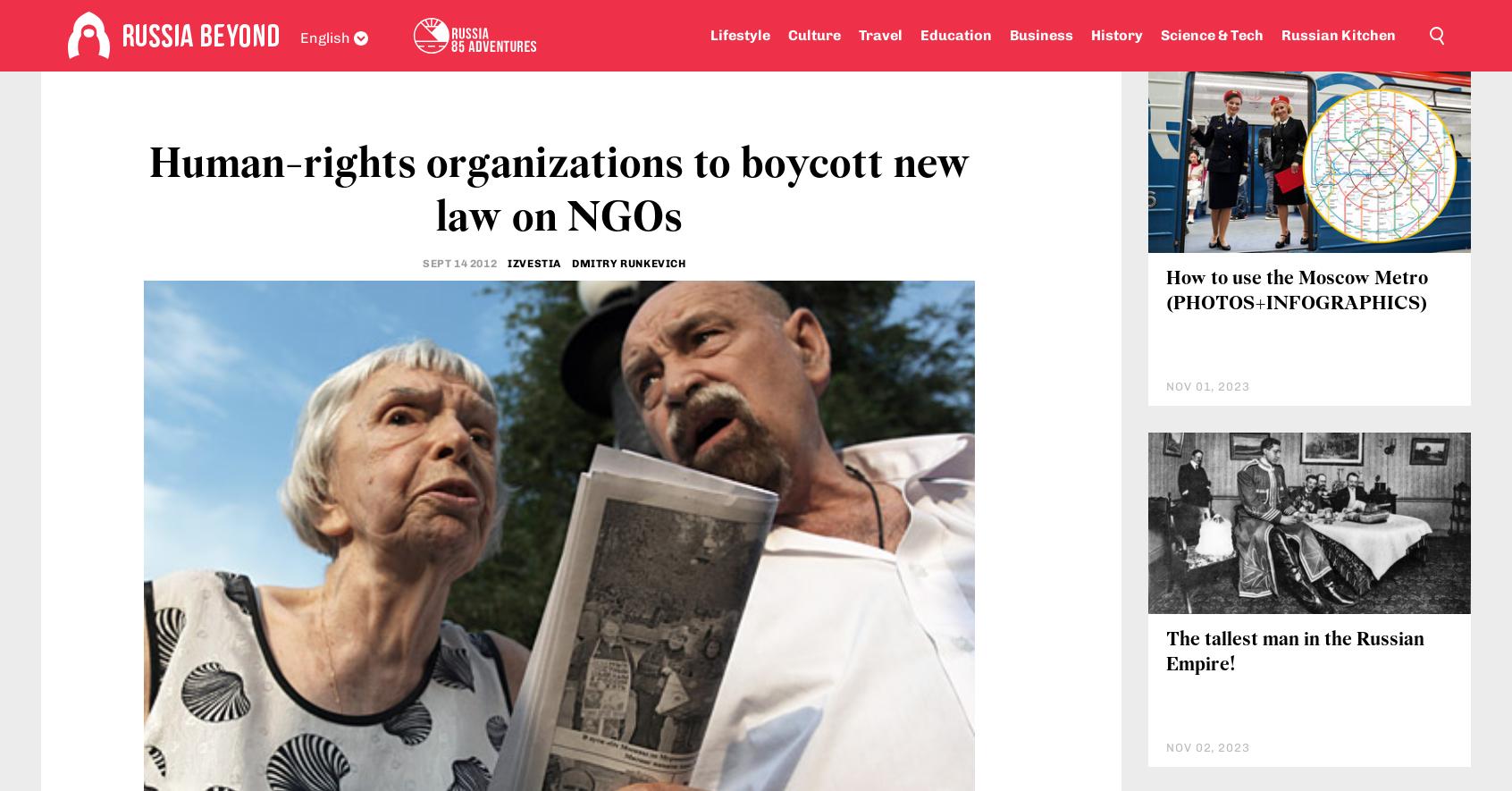  What do you see at coordinates (558, 299) in the screenshot?
I see `'Human-rights organizations to boycott new law on NGOs'` at bounding box center [558, 299].